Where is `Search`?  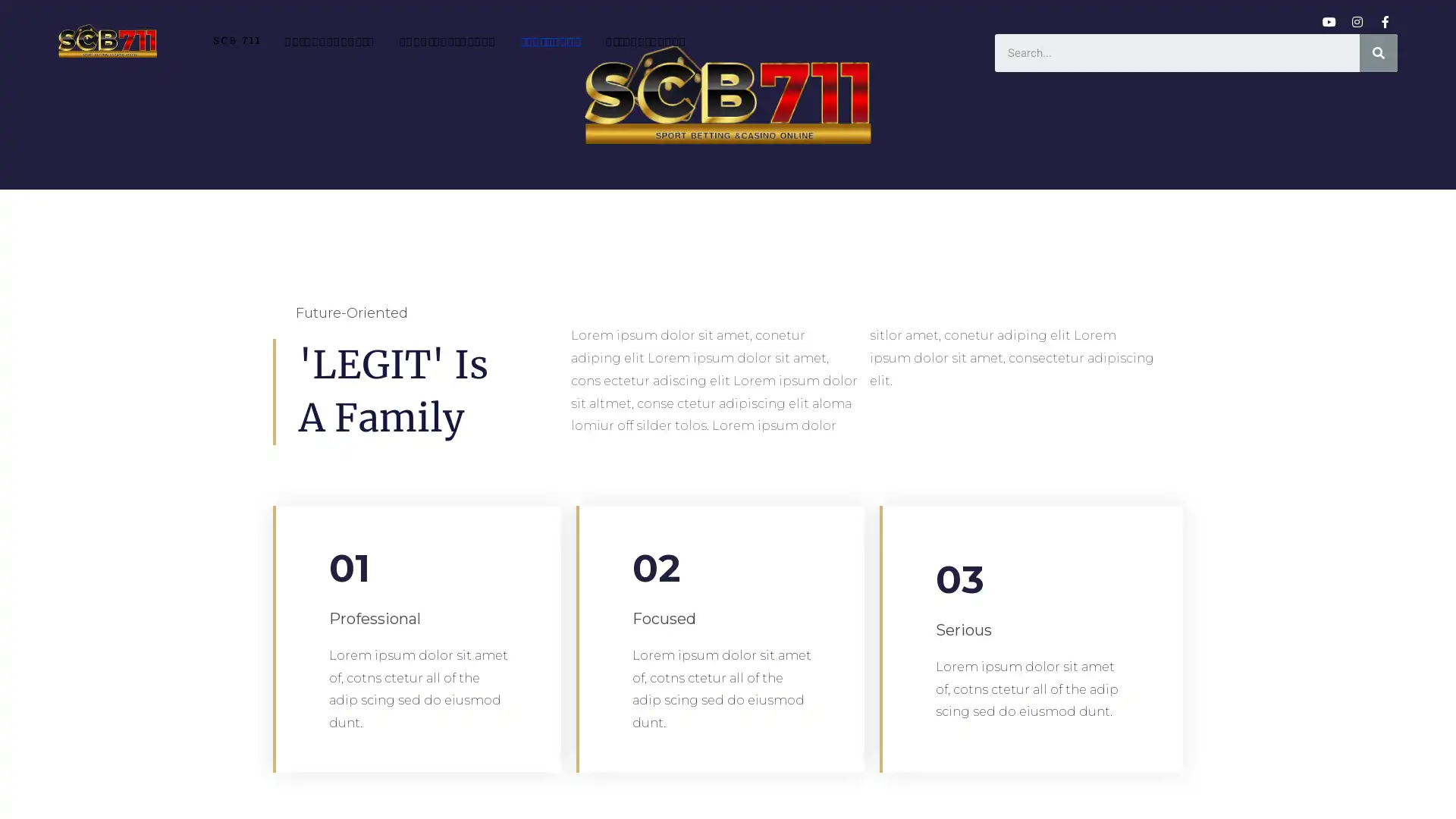 Search is located at coordinates (1379, 52).